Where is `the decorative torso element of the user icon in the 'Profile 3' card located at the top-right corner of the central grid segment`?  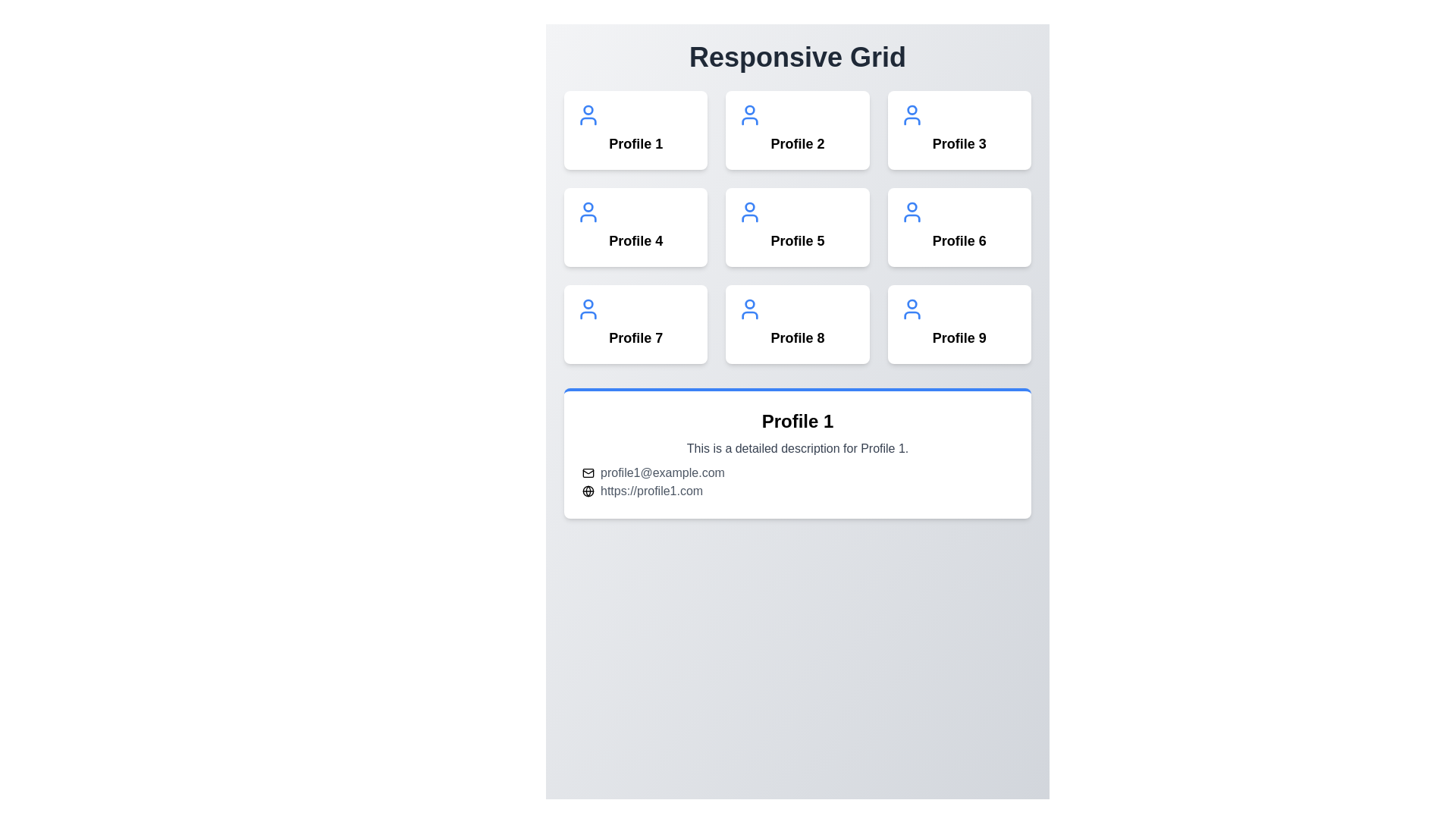 the decorative torso element of the user icon in the 'Profile 3' card located at the top-right corner of the central grid segment is located at coordinates (911, 120).